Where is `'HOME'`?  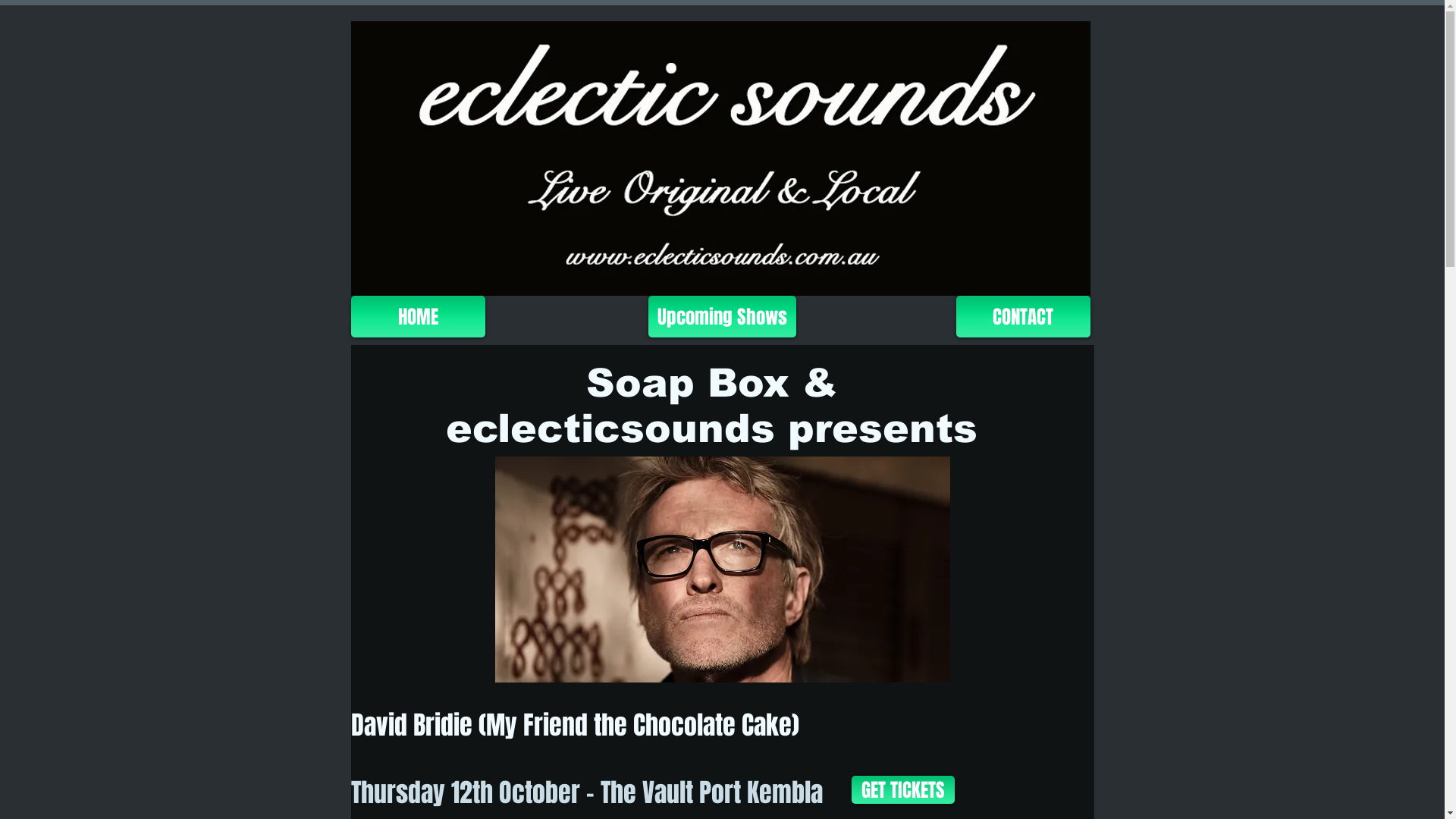 'HOME' is located at coordinates (417, 315).